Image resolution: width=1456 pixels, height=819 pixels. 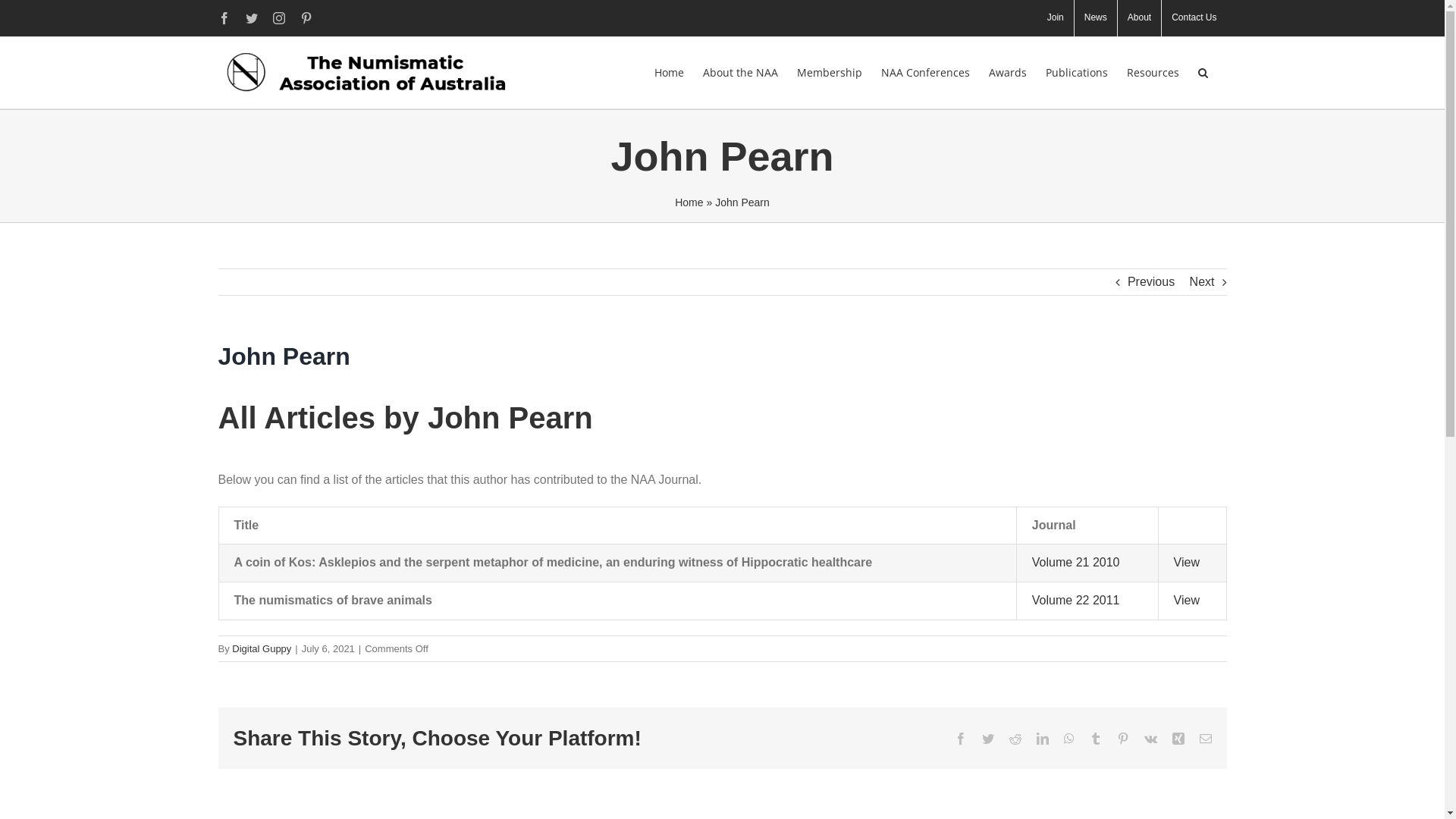 What do you see at coordinates (1122, 738) in the screenshot?
I see `'Pinterest'` at bounding box center [1122, 738].